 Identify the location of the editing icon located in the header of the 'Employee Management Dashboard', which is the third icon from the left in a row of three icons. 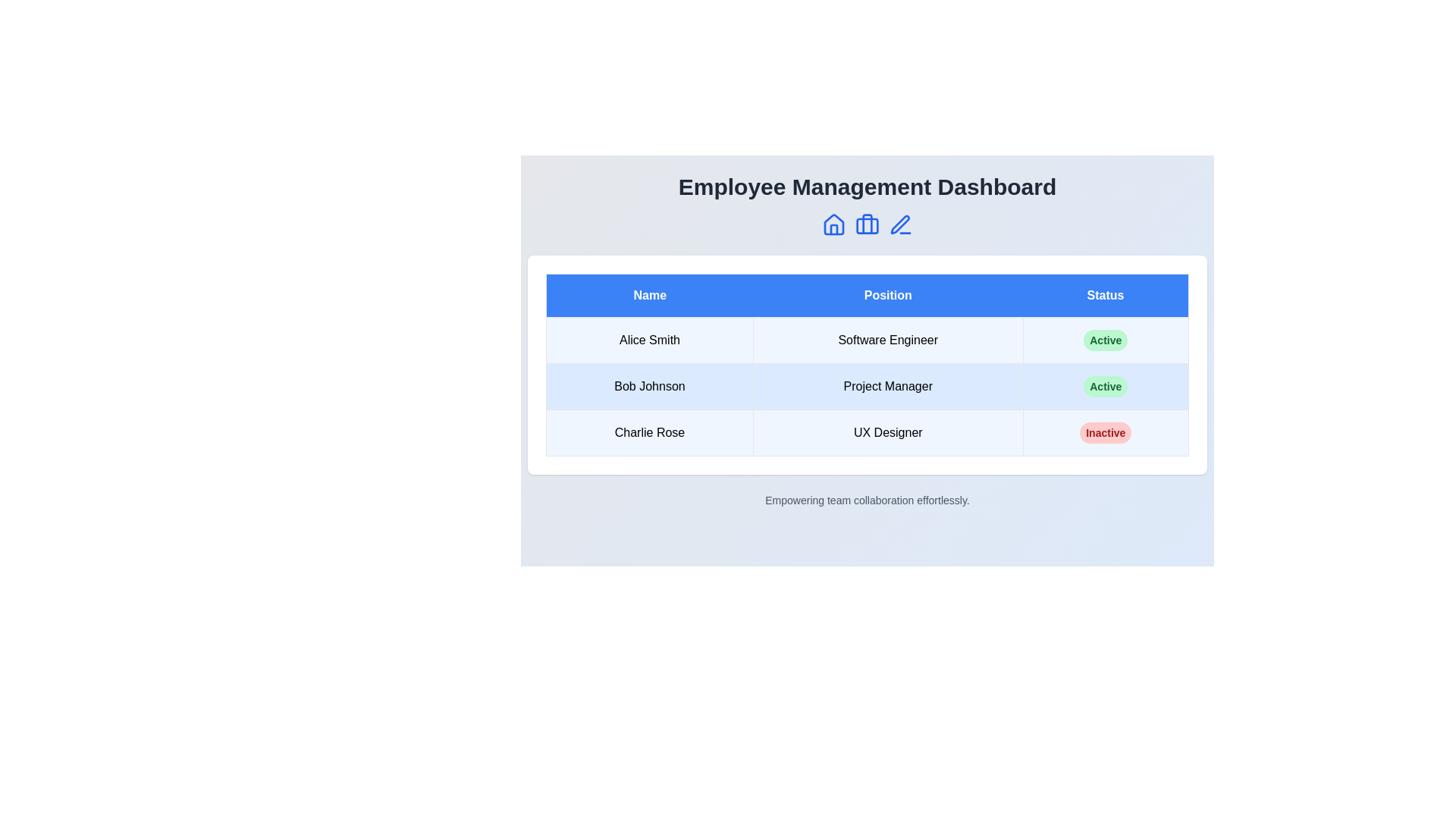
(900, 224).